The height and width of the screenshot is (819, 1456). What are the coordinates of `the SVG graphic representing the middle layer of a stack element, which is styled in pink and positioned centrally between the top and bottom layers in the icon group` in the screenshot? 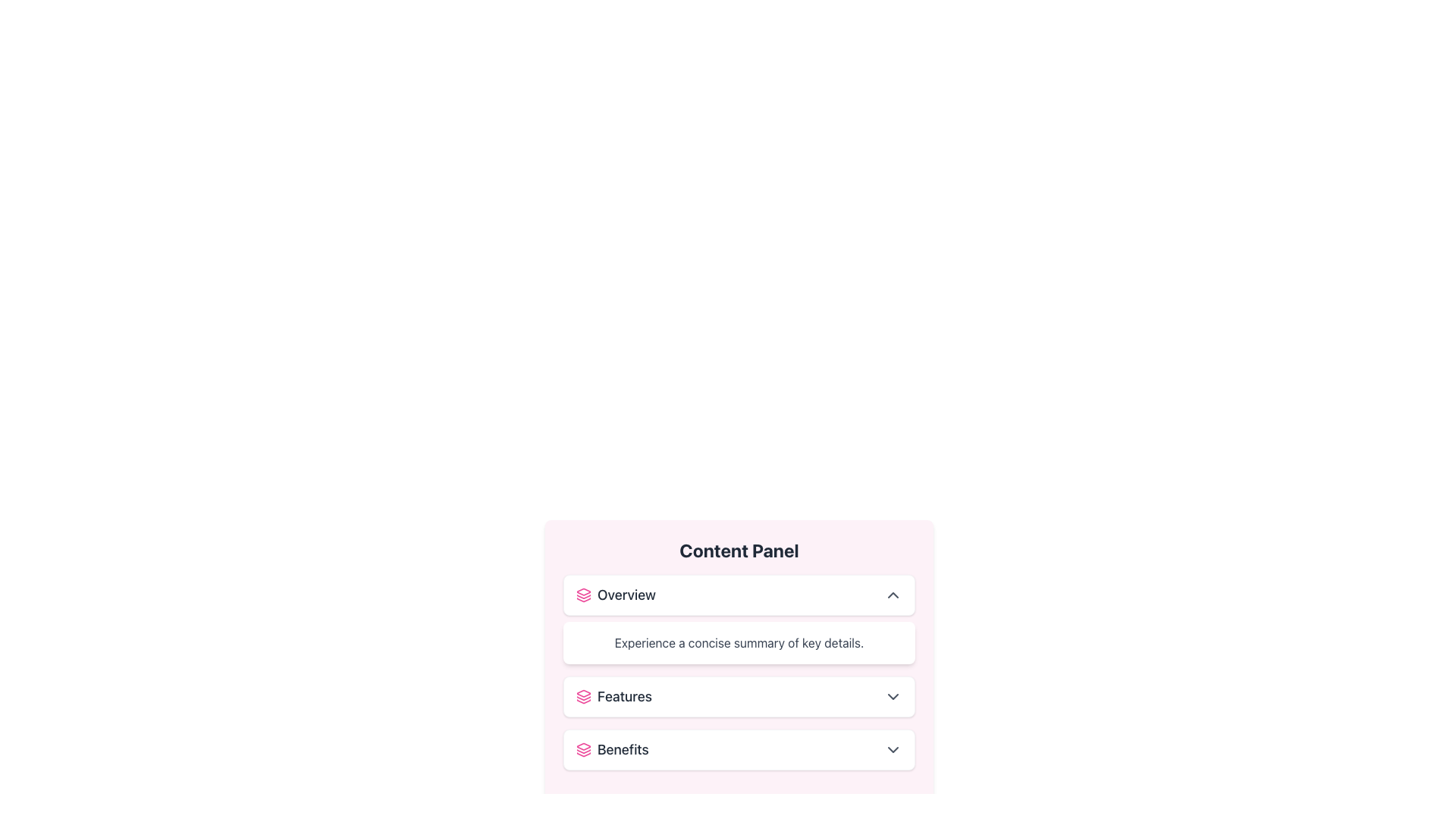 It's located at (582, 596).